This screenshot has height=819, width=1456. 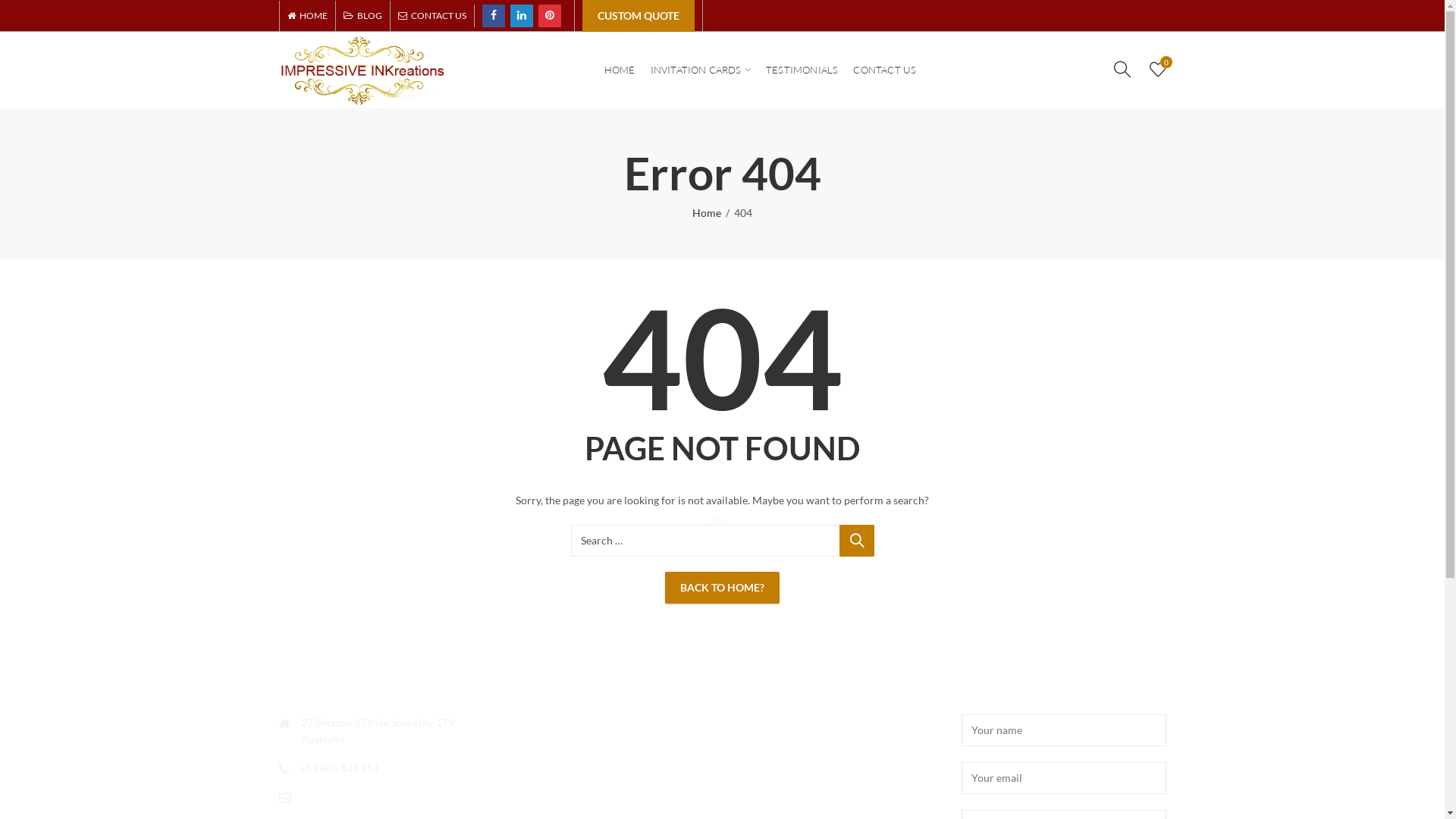 I want to click on 'BACK TO HOME?', so click(x=721, y=587).